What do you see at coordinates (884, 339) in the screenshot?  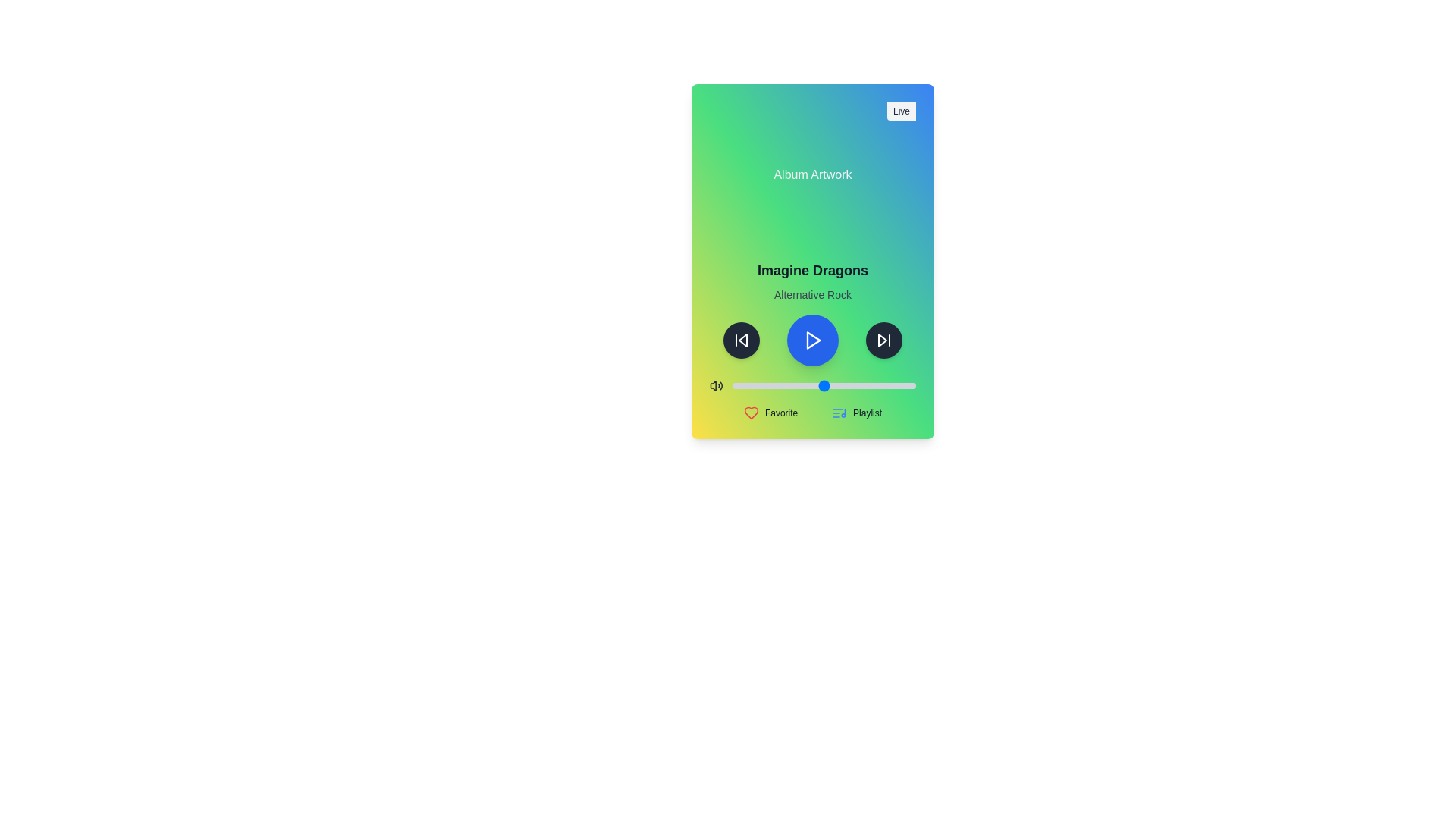 I see `the 'Skip Forward' button icon located at the rightmost position of the media control buttons to trigger hover effects` at bounding box center [884, 339].